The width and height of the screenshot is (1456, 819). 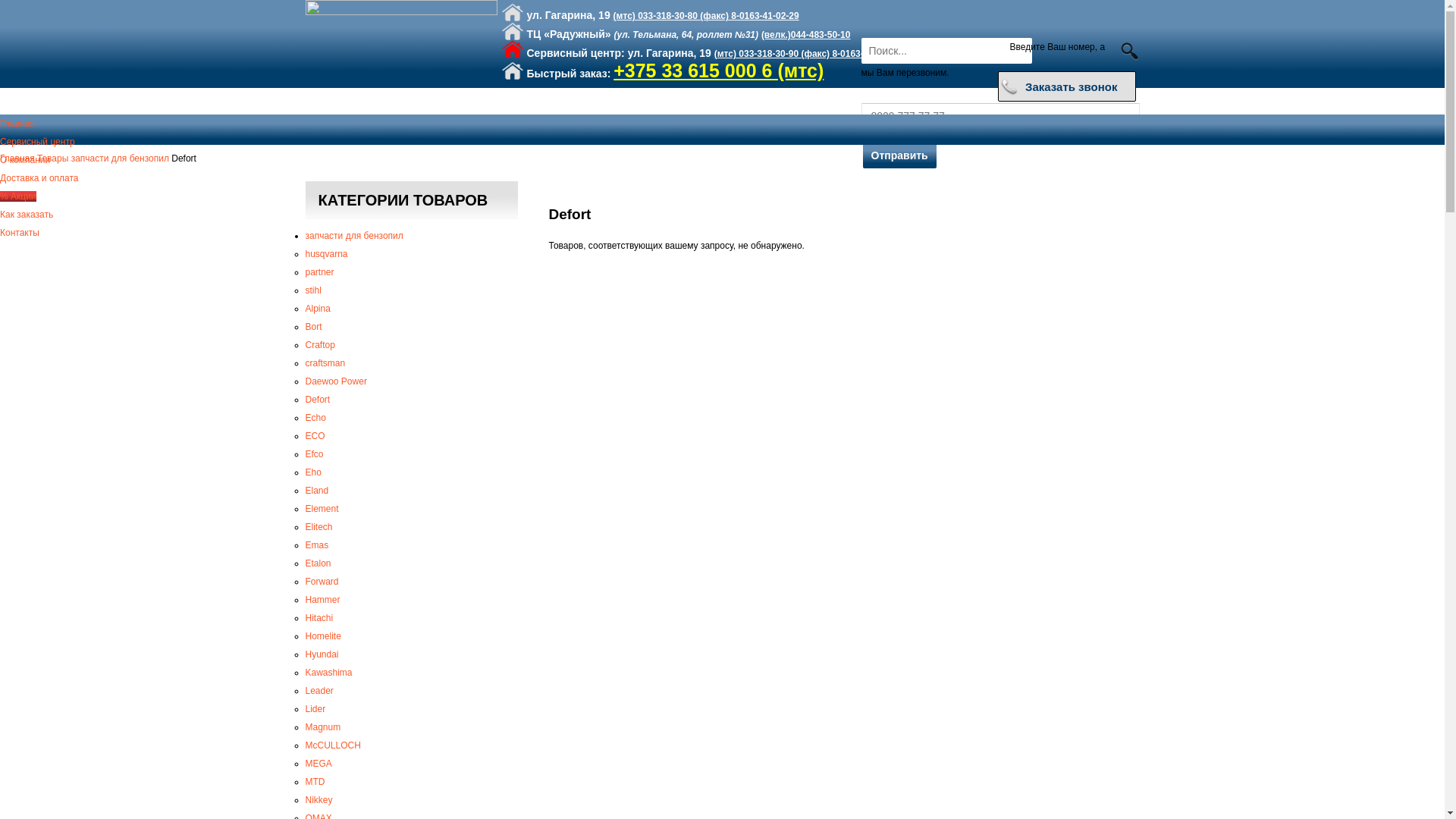 What do you see at coordinates (320, 509) in the screenshot?
I see `'Element'` at bounding box center [320, 509].